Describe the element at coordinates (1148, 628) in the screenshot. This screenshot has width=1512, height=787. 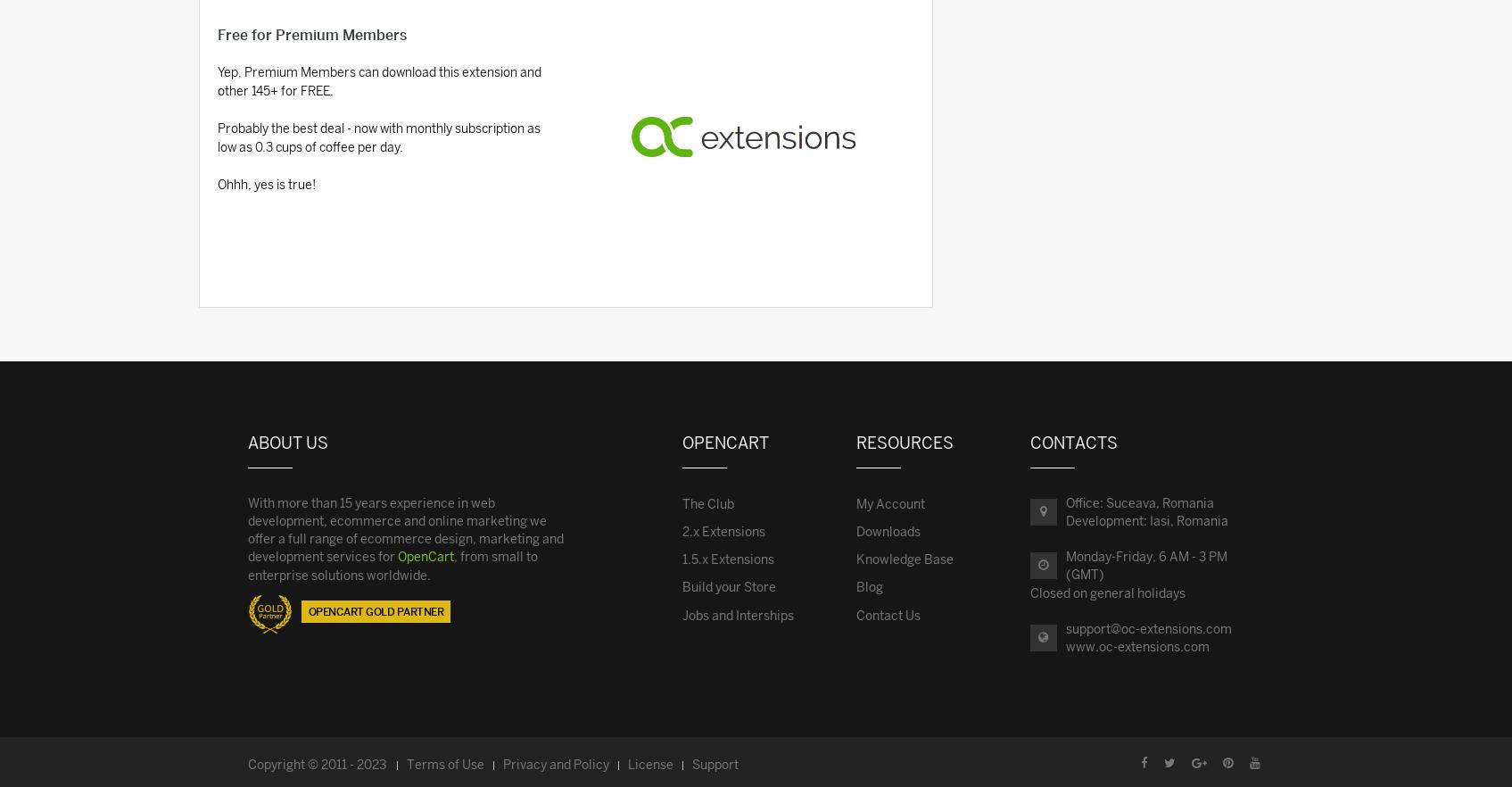
I see `'support@oc-extensions.com'` at that location.